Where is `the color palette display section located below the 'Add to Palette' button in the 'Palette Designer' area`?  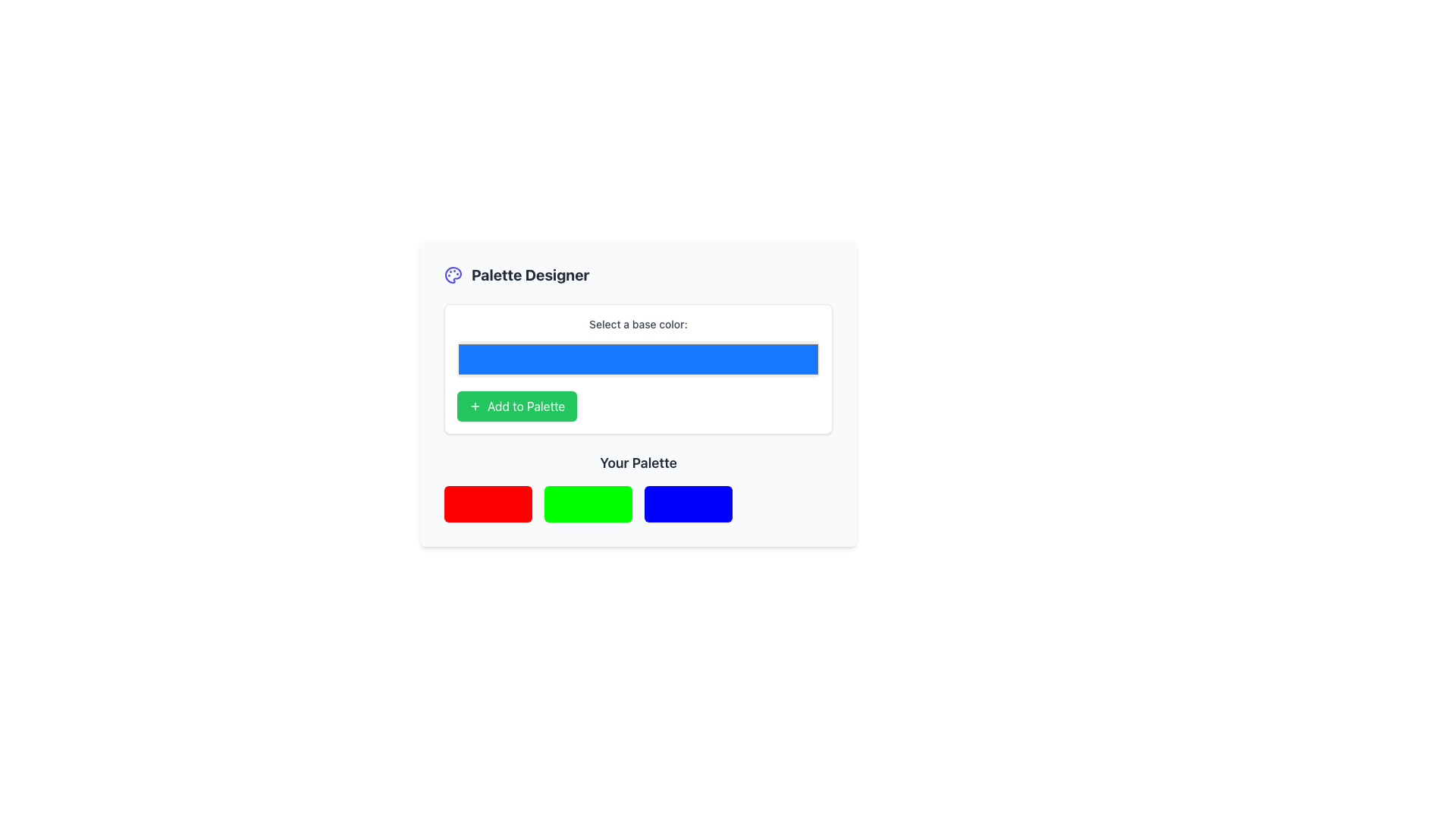 the color palette display section located below the 'Add to Palette' button in the 'Palette Designer' area is located at coordinates (638, 488).